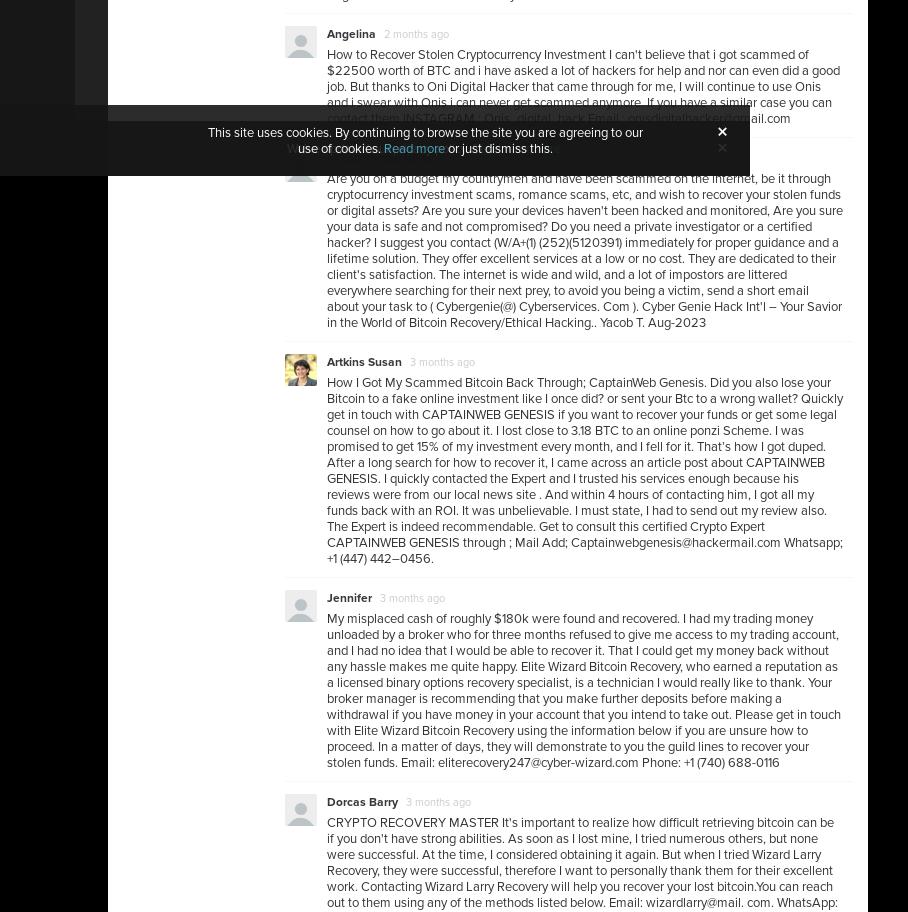 This screenshot has width=908, height=912. Describe the element at coordinates (469, 148) in the screenshot. I see `'Read more here.'` at that location.